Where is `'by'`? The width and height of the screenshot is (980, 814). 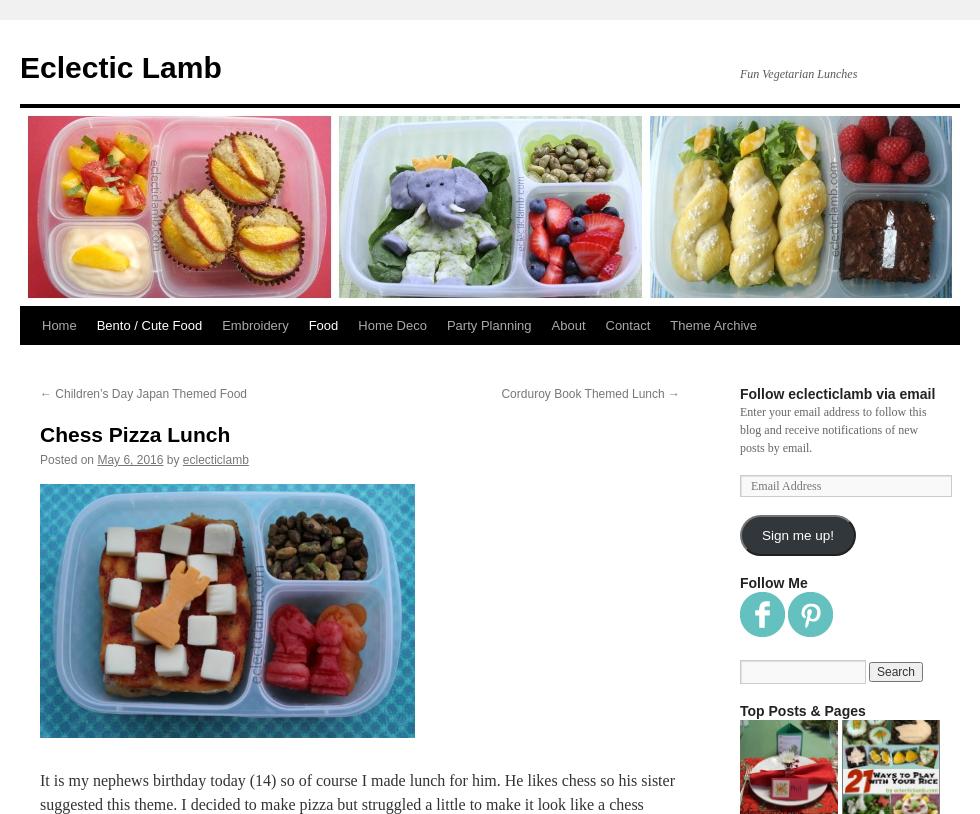
'by' is located at coordinates (172, 458).